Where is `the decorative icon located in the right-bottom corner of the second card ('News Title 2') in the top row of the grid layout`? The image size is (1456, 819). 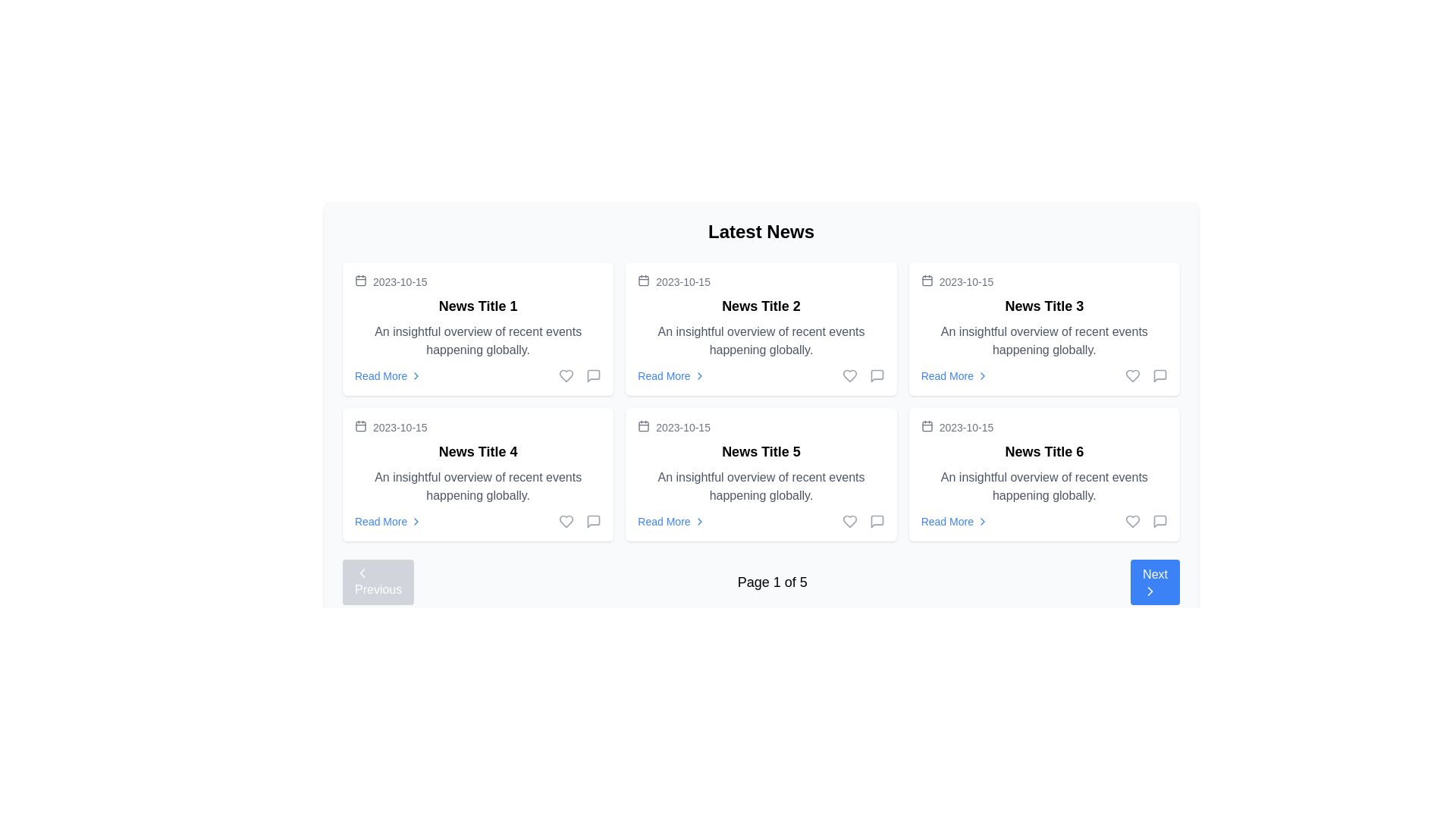 the decorative icon located in the right-bottom corner of the second card ('News Title 2') in the top row of the grid layout is located at coordinates (849, 375).